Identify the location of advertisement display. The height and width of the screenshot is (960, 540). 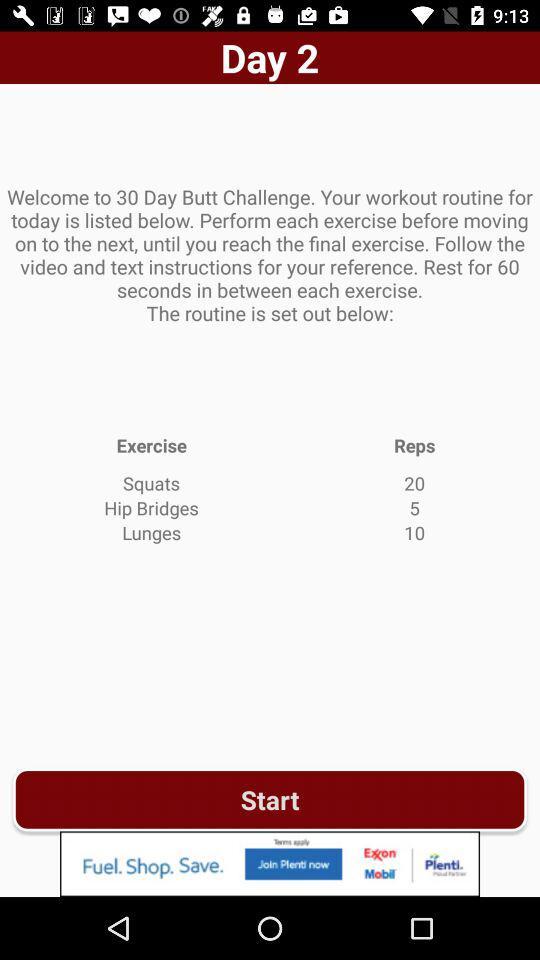
(270, 863).